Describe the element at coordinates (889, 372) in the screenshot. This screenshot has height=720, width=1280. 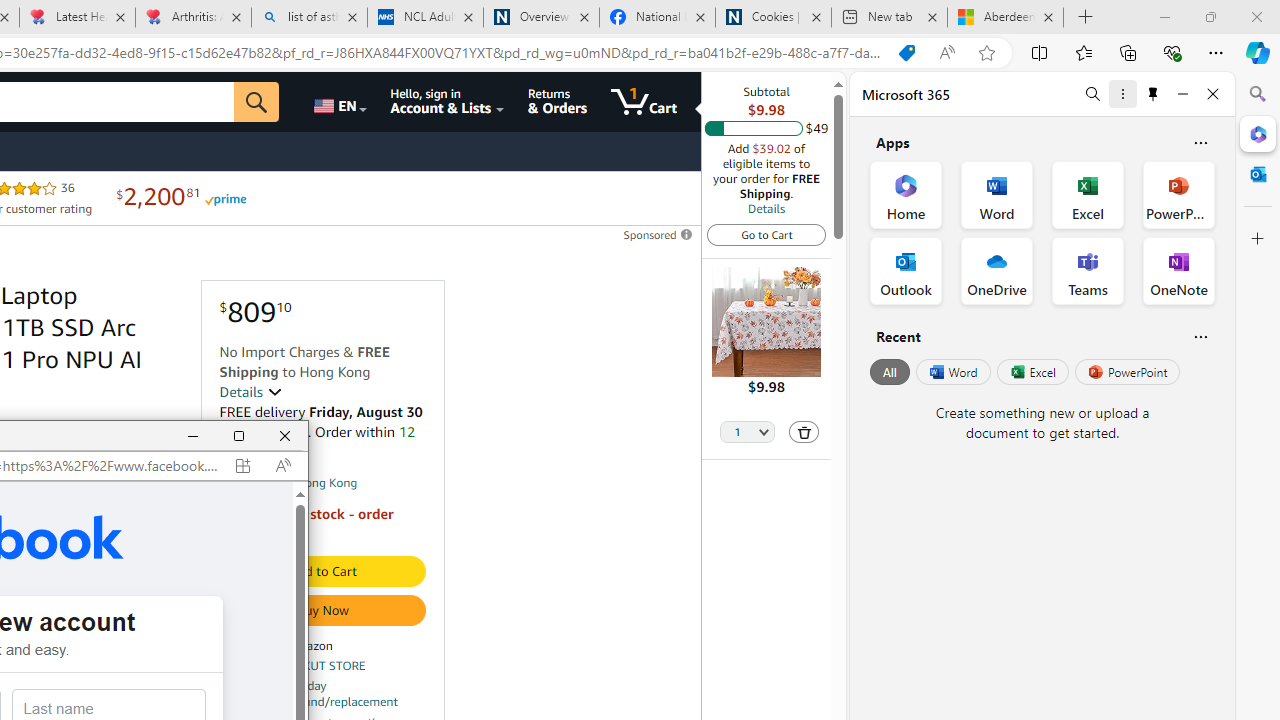
I see `'All'` at that location.